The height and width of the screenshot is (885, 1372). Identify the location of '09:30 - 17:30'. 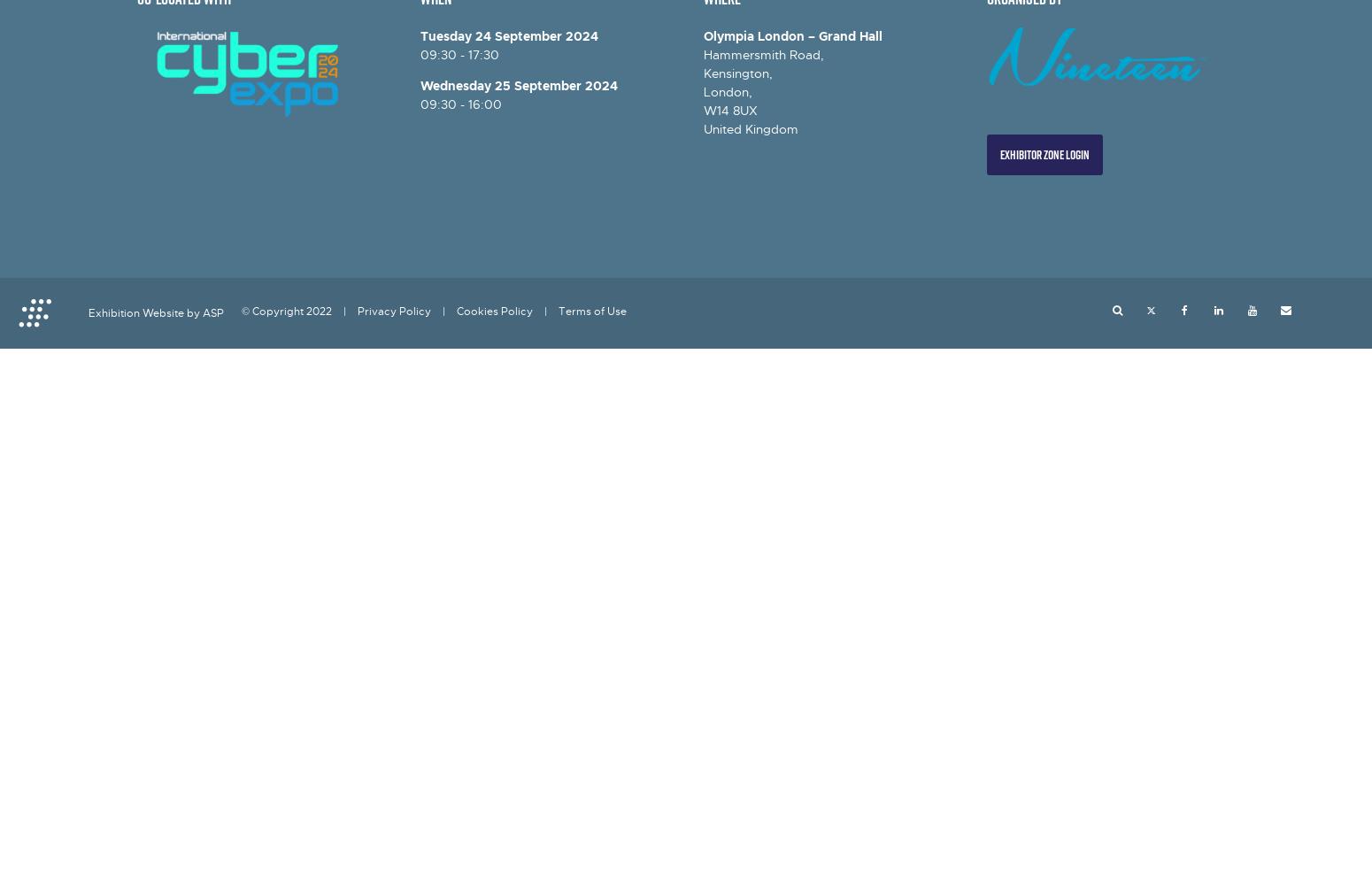
(459, 55).